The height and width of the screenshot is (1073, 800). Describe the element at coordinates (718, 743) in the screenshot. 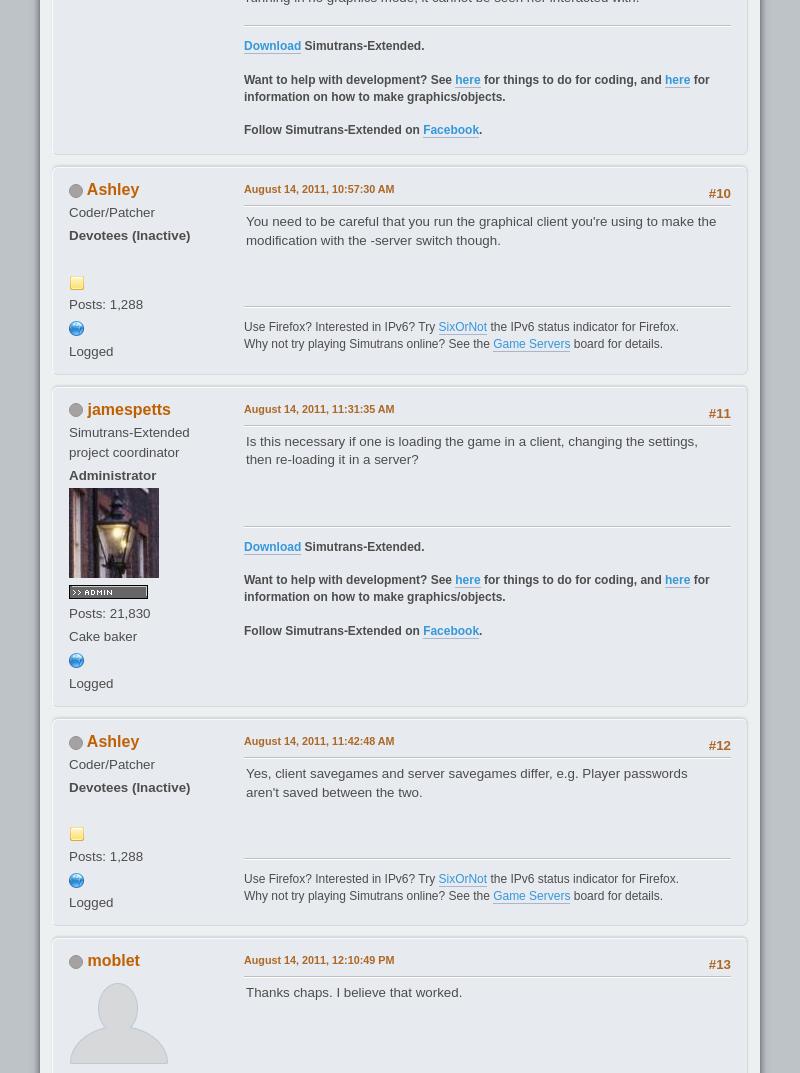

I see `'#12'` at that location.